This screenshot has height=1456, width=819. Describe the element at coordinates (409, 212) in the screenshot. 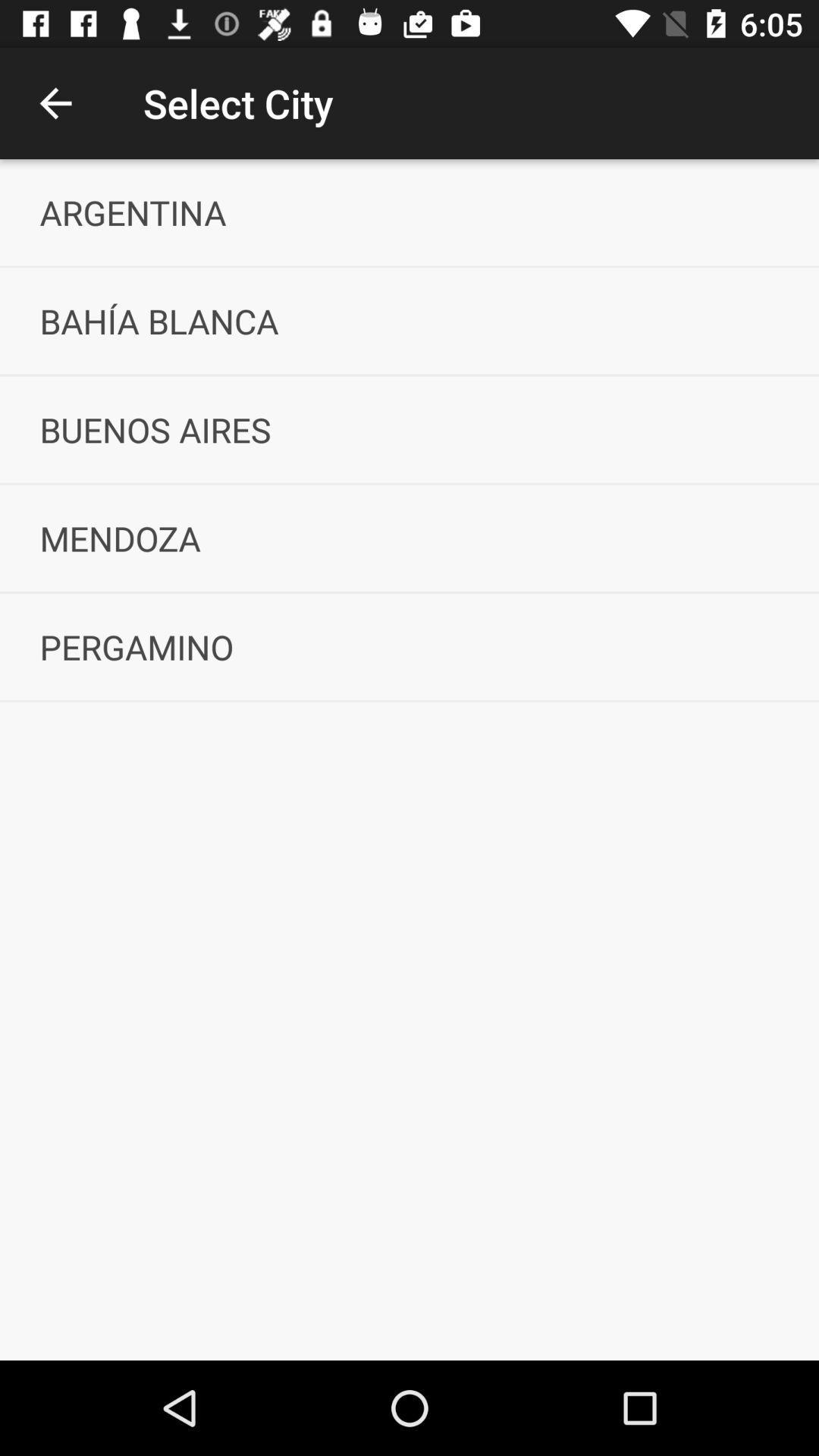

I see `the argentina` at that location.